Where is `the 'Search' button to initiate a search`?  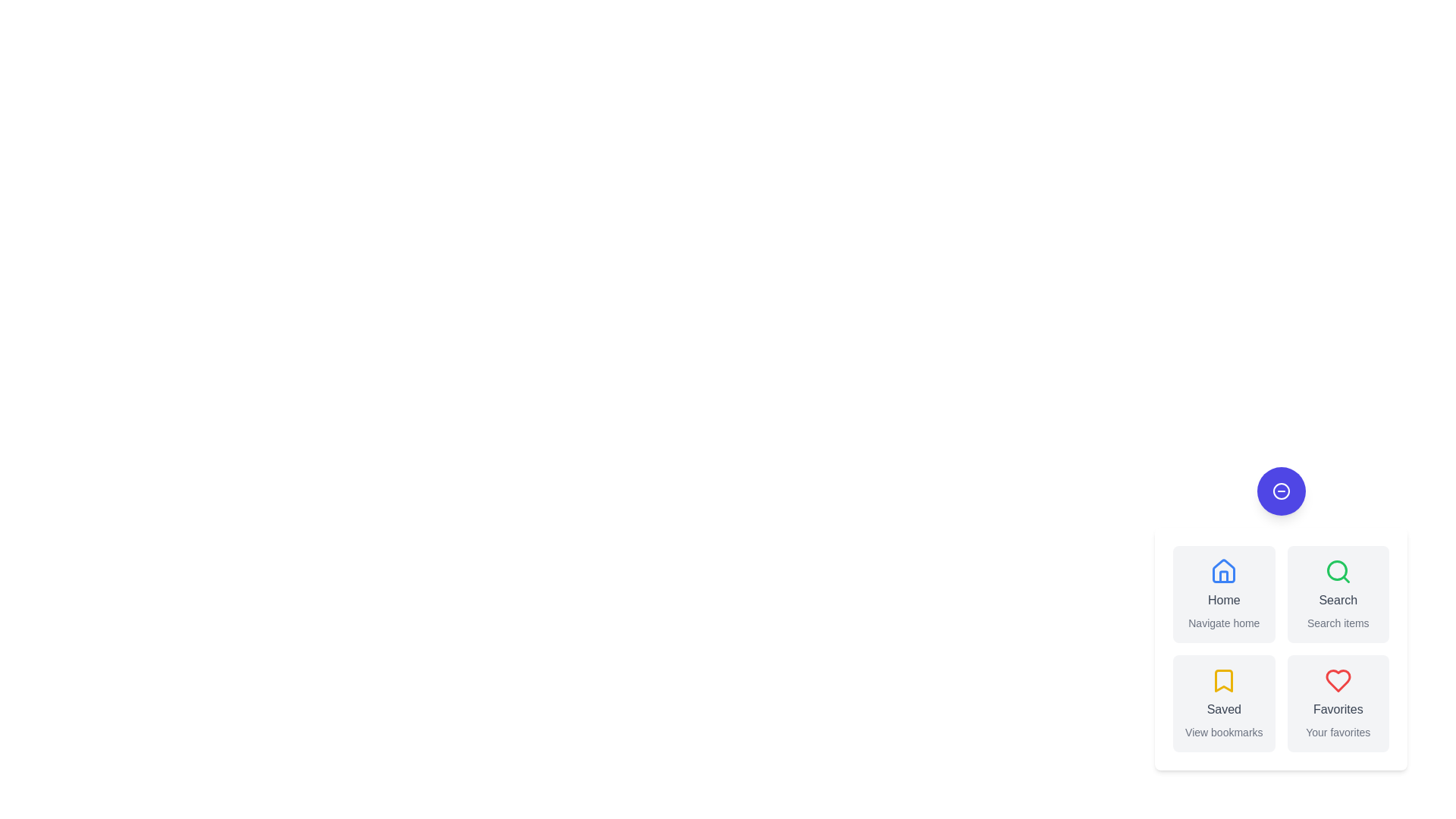
the 'Search' button to initiate a search is located at coordinates (1338, 593).